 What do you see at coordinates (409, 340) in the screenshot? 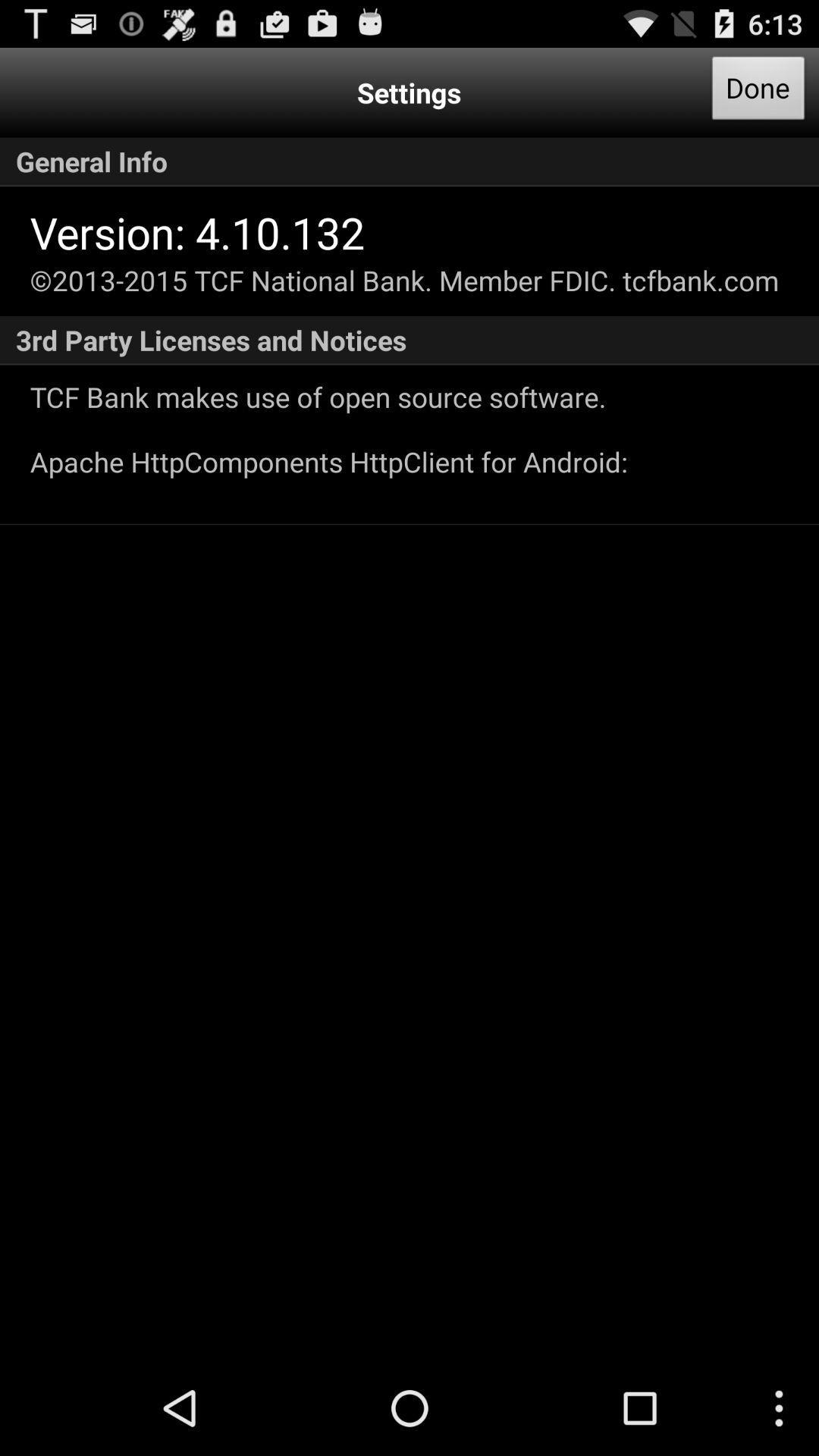
I see `the item above tcf bank makes item` at bounding box center [409, 340].